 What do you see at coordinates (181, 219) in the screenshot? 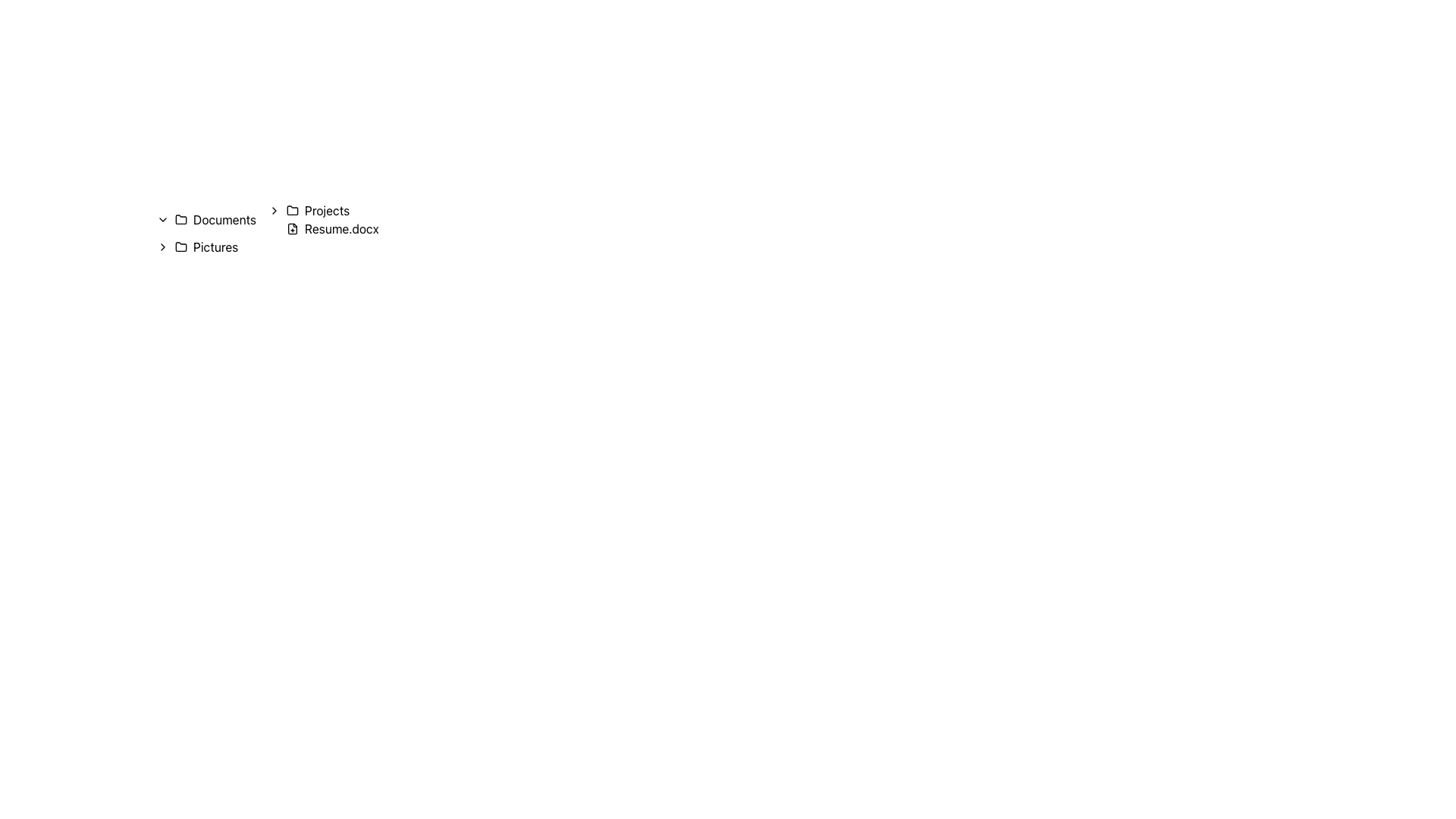
I see `the folder icon next to the 'Documents' text` at bounding box center [181, 219].